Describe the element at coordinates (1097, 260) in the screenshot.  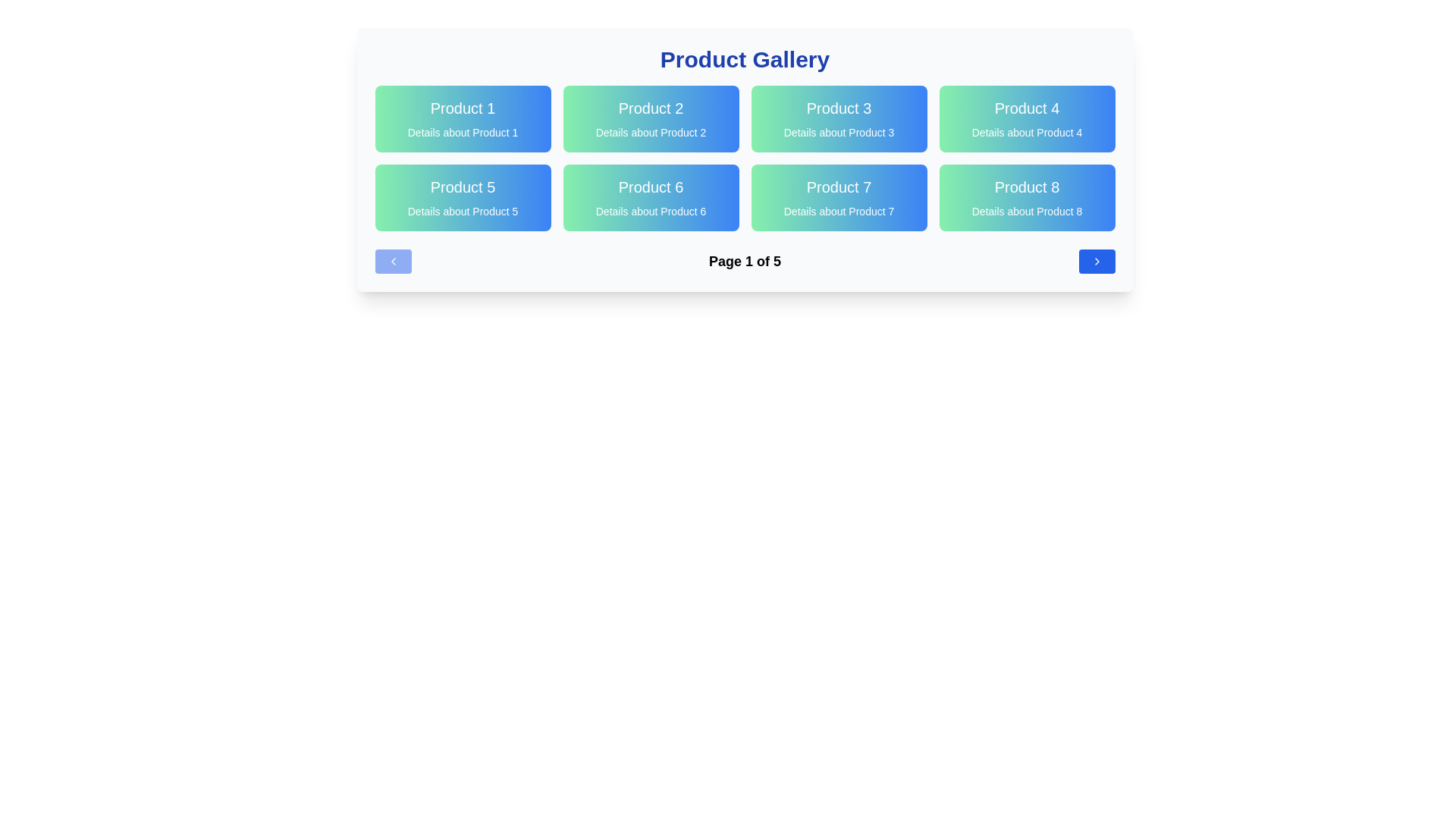
I see `the blue rounded rectangular button with a chevron arrow pointing to the right, which is located at the bottom-right corner of the pagination controls` at that location.